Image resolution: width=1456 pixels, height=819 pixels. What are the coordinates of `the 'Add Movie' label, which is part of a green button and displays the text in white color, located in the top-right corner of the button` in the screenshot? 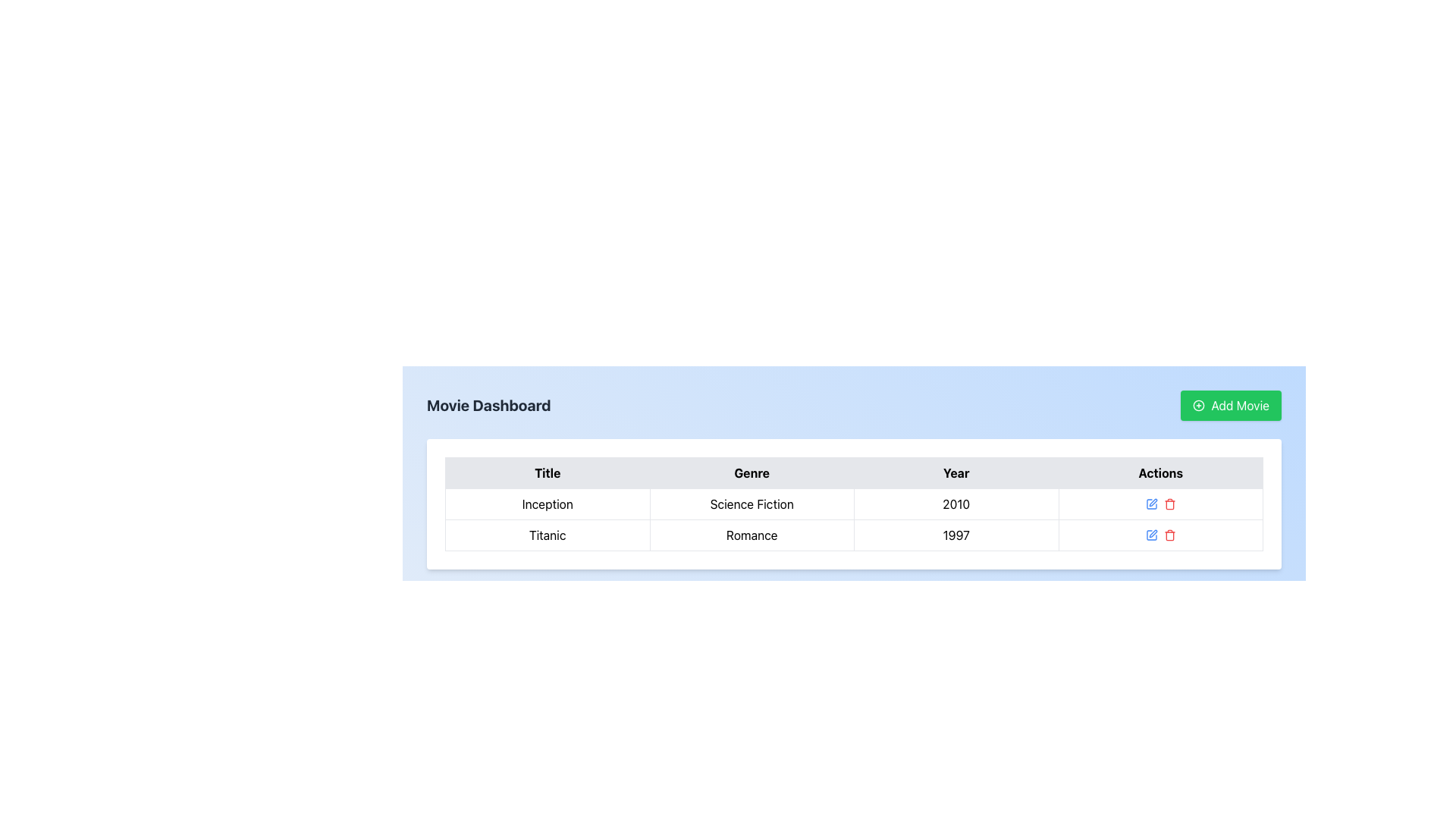 It's located at (1240, 405).